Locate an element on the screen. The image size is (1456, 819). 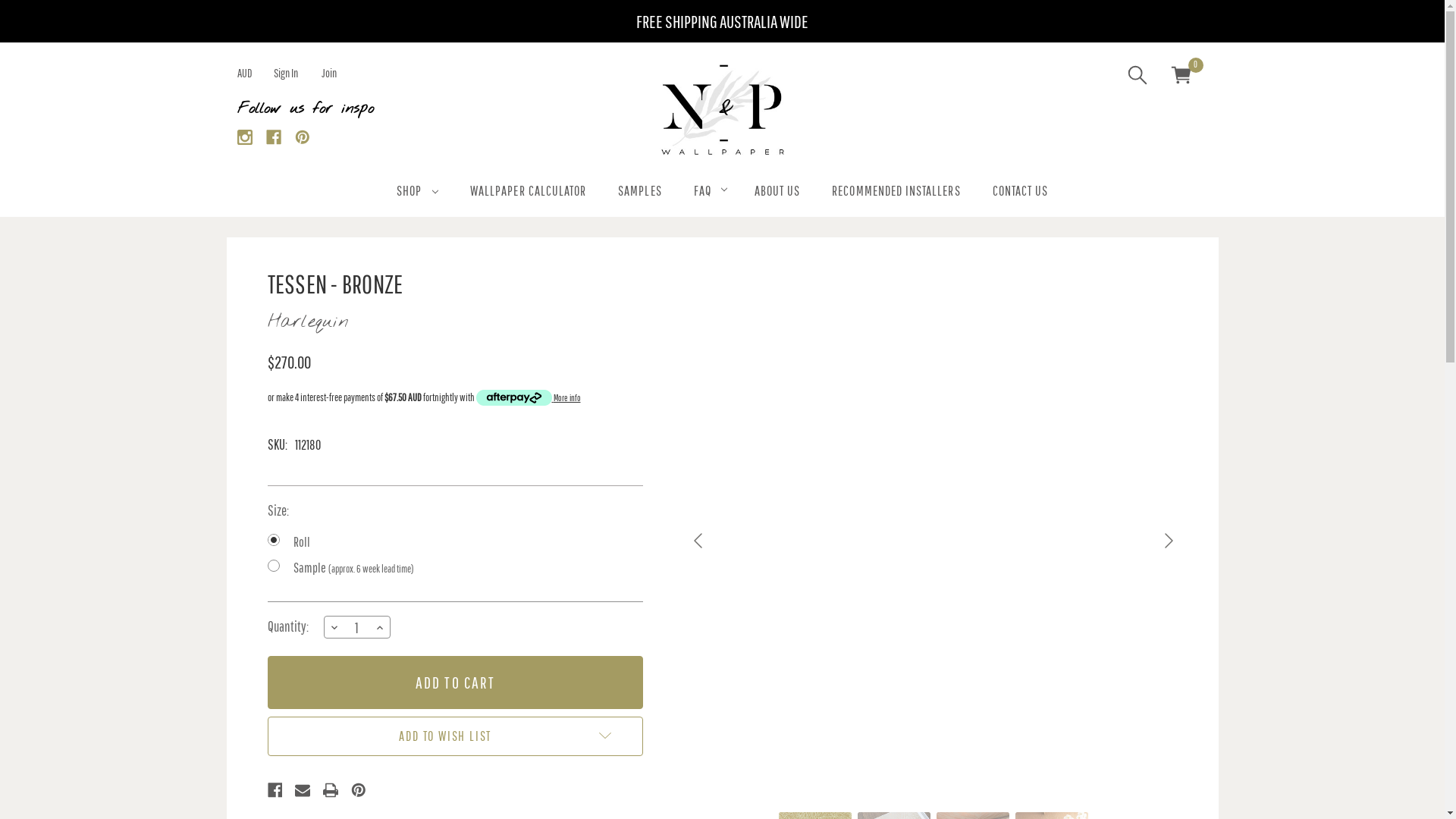
'RECOMMENDED INSTALLERS' is located at coordinates (814, 192).